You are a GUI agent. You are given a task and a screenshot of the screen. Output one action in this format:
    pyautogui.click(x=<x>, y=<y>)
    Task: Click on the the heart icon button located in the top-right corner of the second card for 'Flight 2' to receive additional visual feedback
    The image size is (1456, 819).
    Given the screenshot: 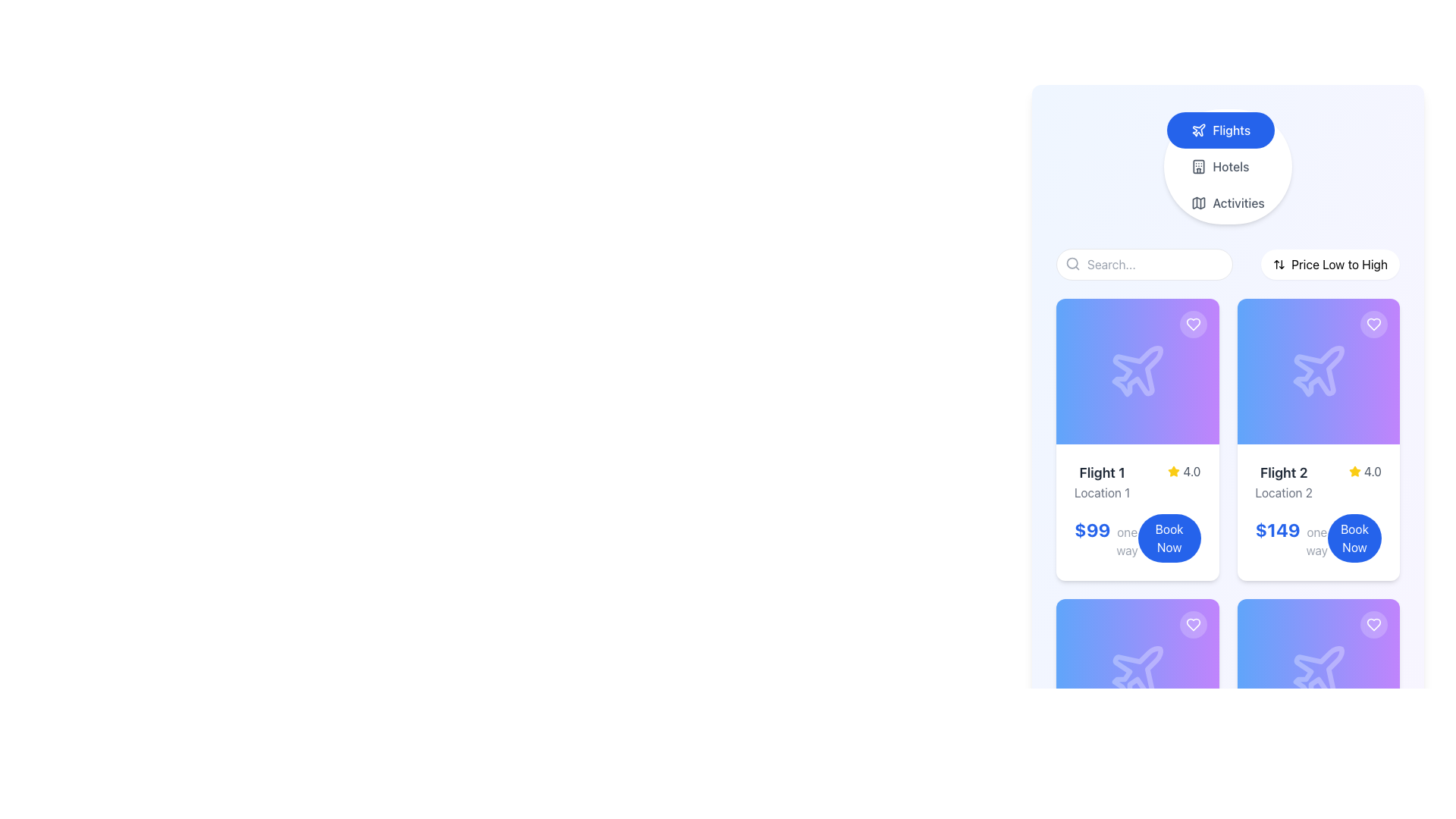 What is the action you would take?
    pyautogui.click(x=1373, y=324)
    